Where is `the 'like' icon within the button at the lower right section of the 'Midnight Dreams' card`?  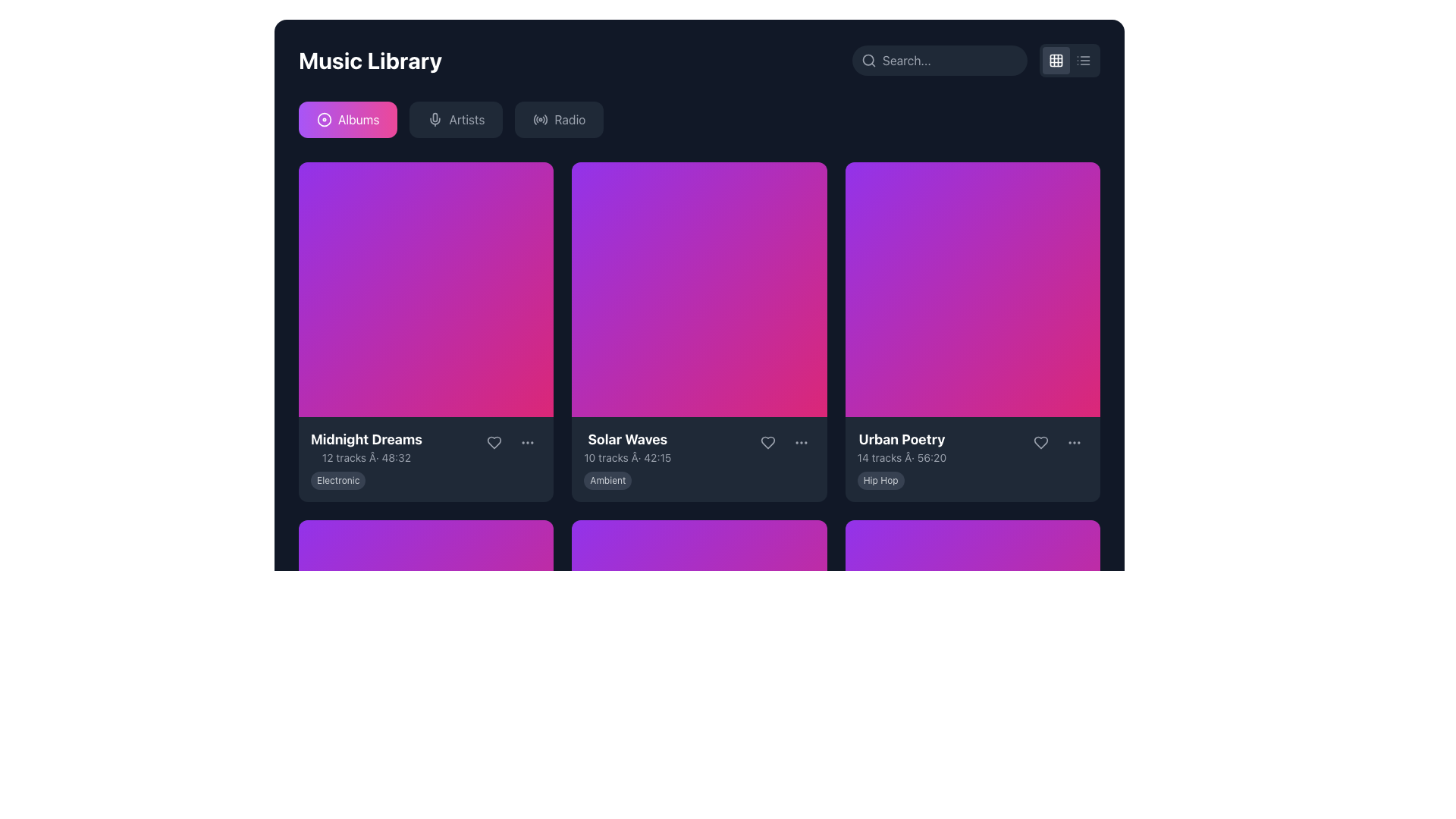 the 'like' icon within the button at the lower right section of the 'Midnight Dreams' card is located at coordinates (494, 443).